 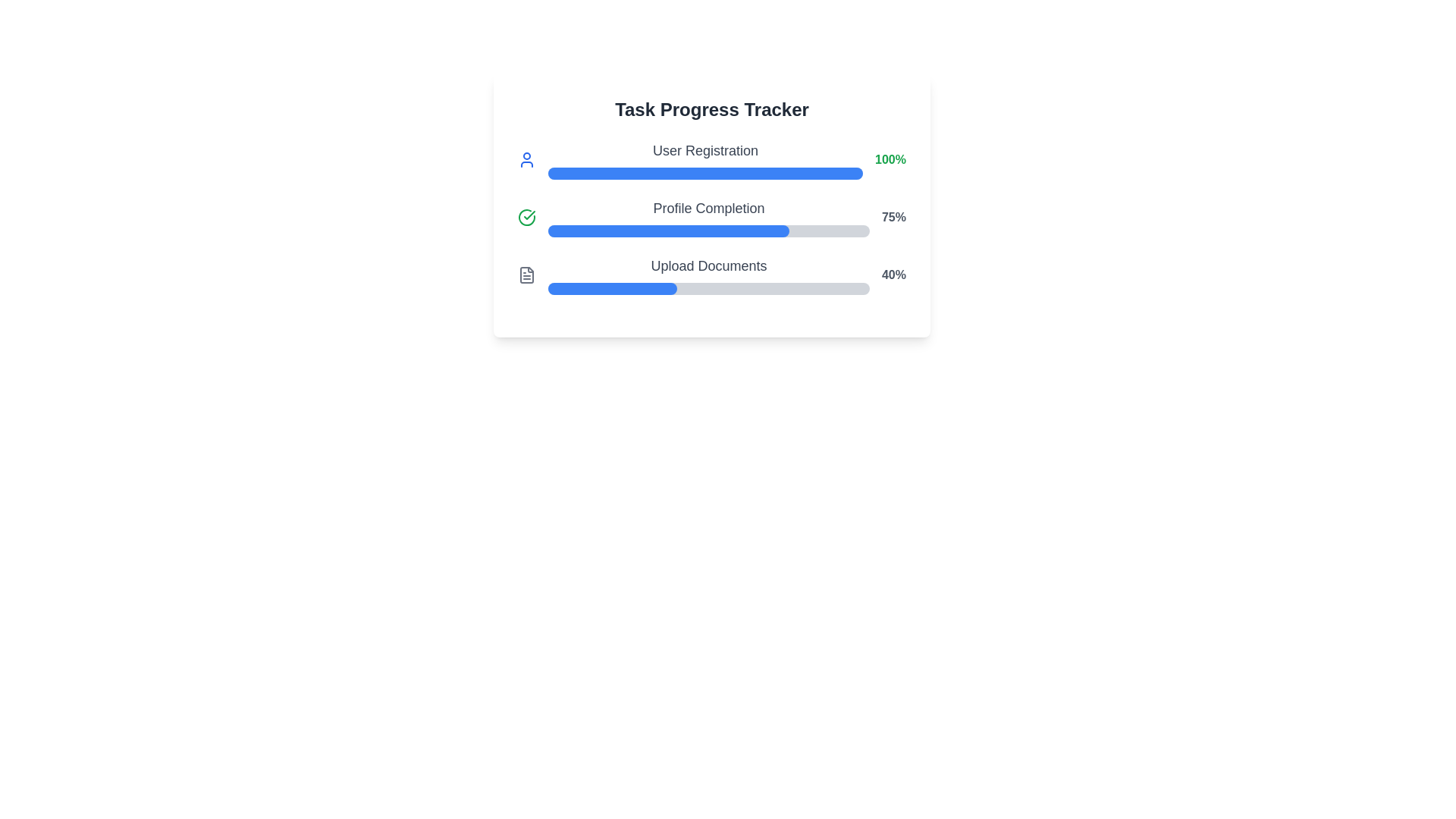 I want to click on the progress represented in the third progress bar for the 'Upload Documents' task, which visually indicates 40% completion, so click(x=708, y=275).